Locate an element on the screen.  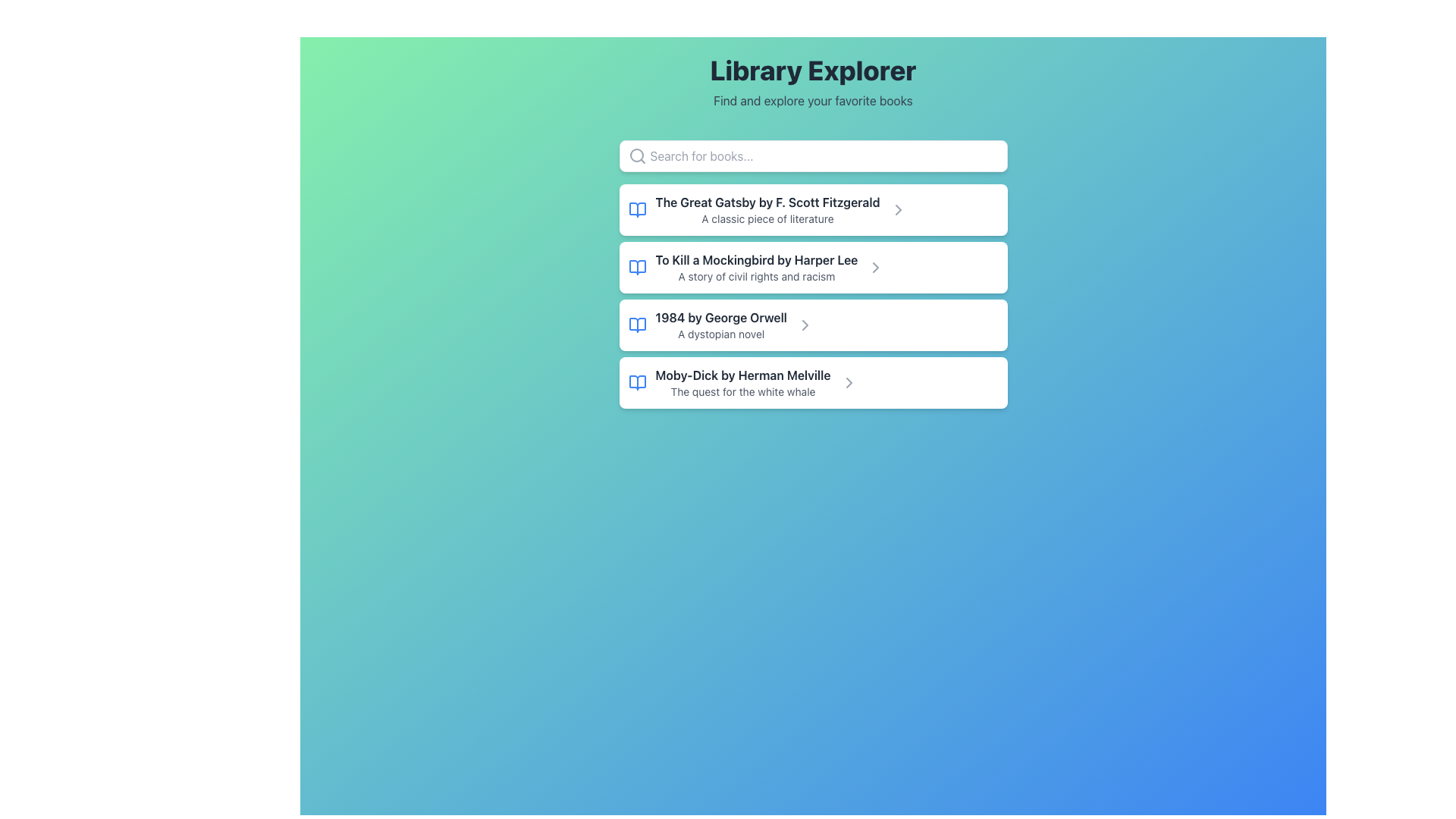
text component that states 'Find and explore your favorite books', which is styled in gray and located beneath the heading 'Library Explorer' on a gradient background is located at coordinates (812, 100).